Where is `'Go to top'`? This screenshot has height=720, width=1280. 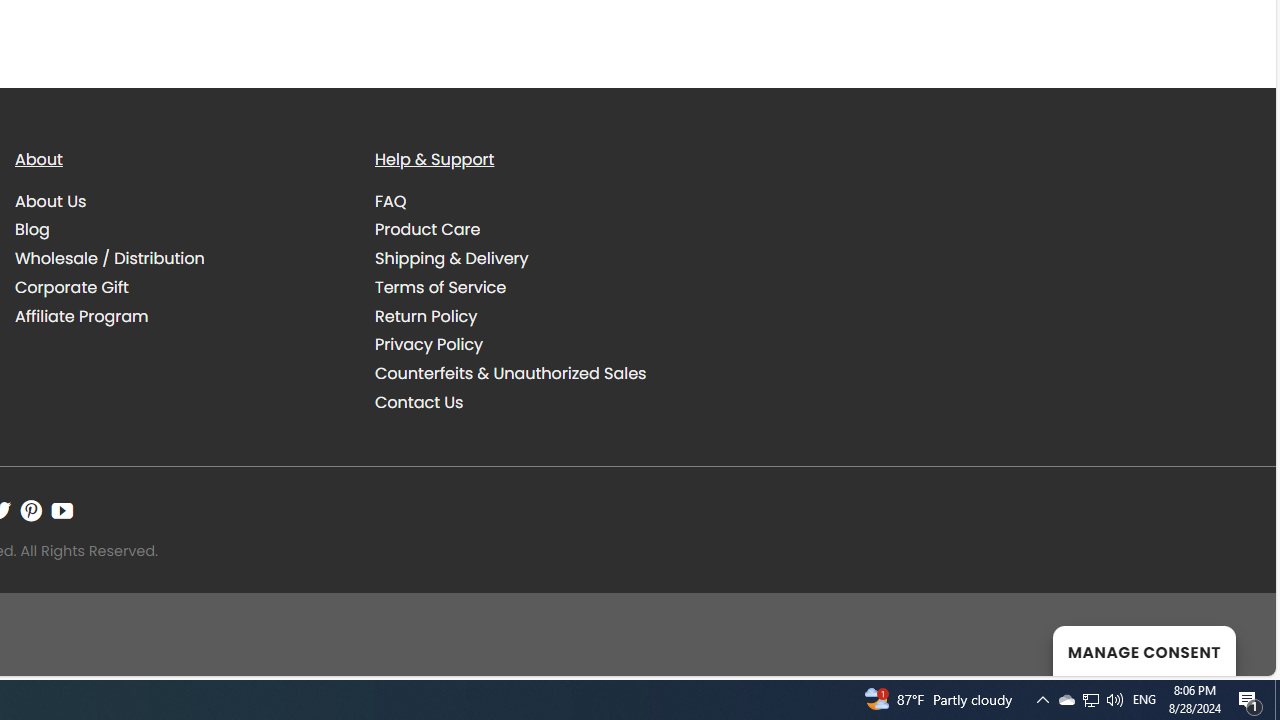 'Go to top' is located at coordinates (1233, 648).